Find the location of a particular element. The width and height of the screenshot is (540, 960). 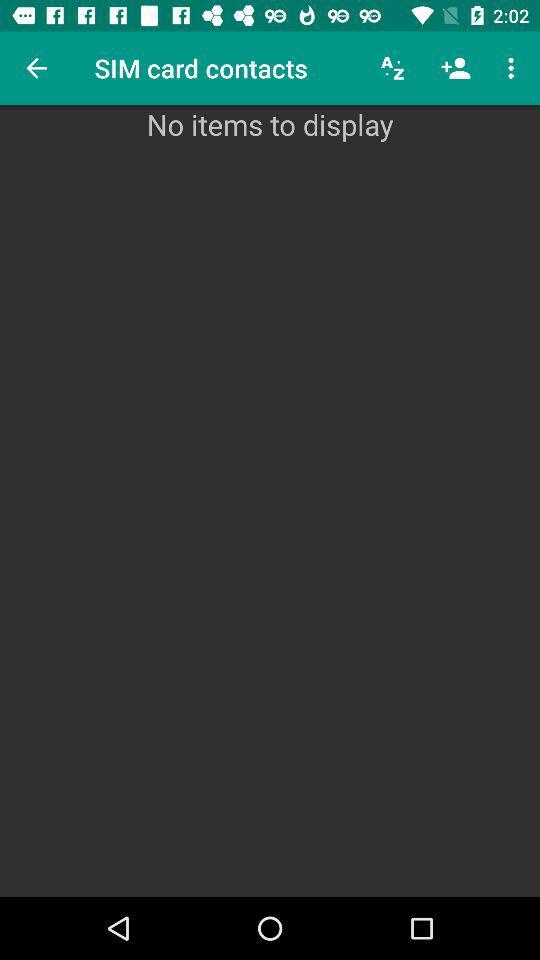

icon above the no items to item is located at coordinates (393, 68).